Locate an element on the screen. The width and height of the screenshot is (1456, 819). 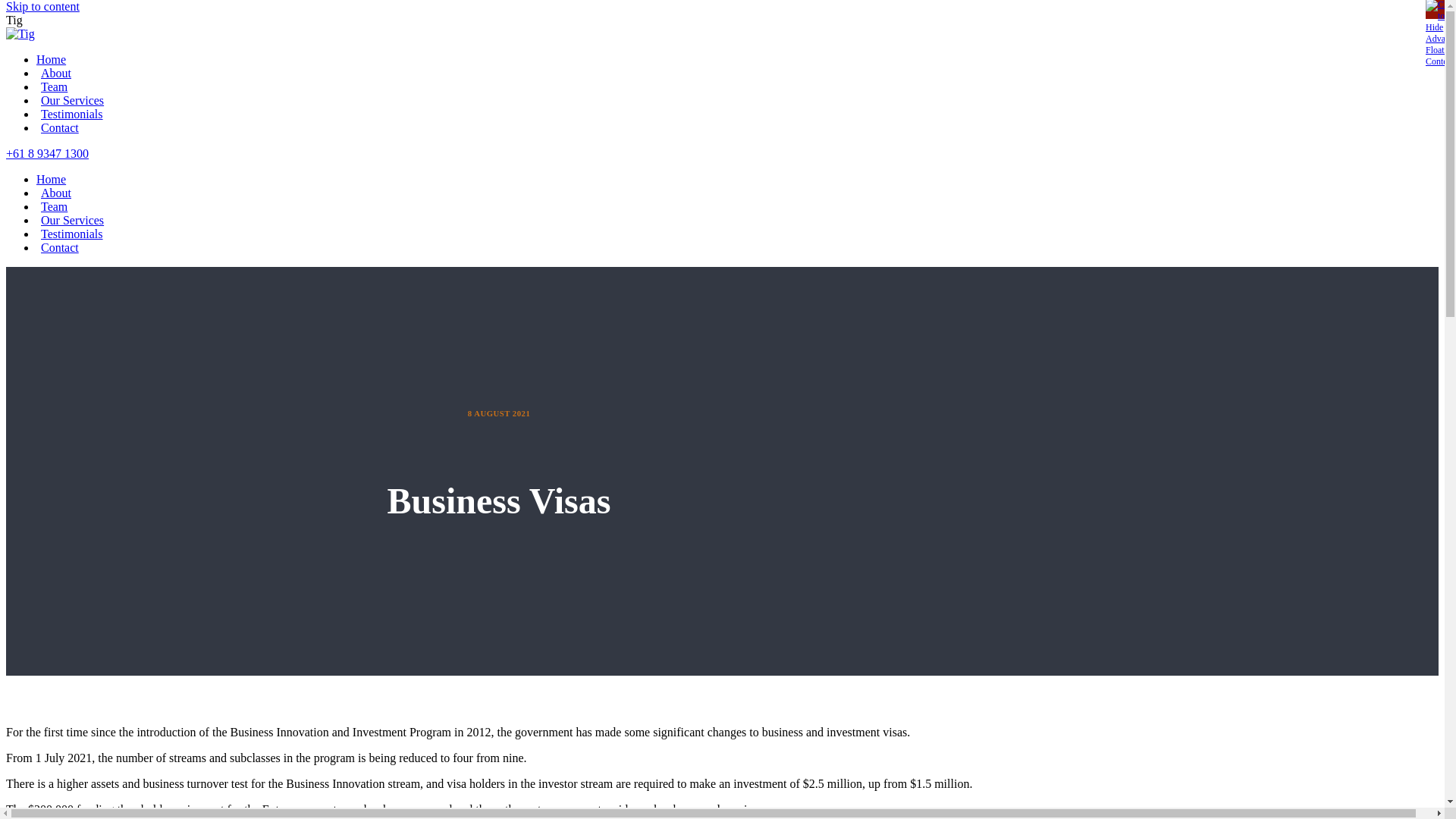
'Our Services' is located at coordinates (69, 220).